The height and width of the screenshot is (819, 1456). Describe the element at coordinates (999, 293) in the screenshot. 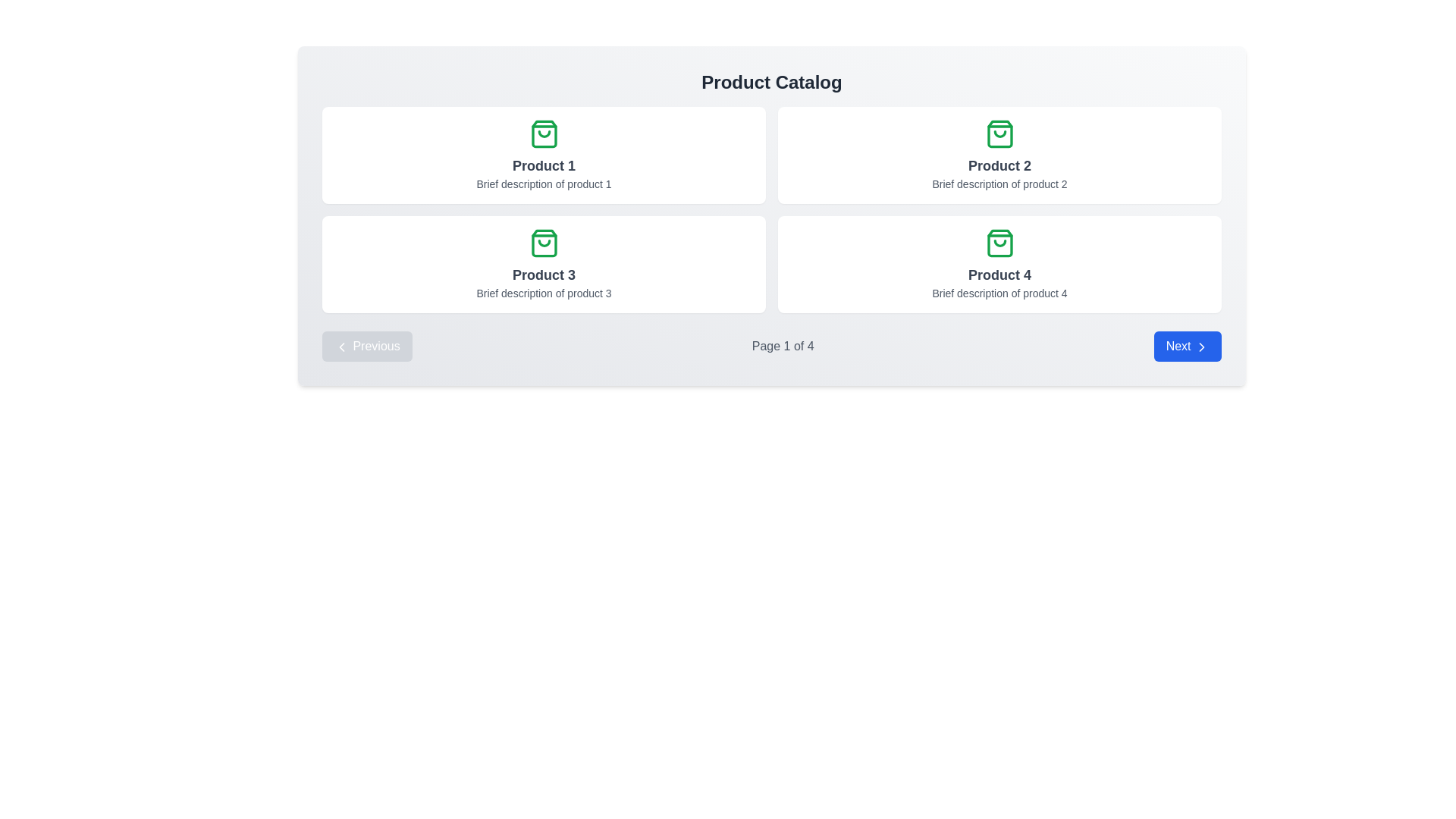

I see `properties of the text label displaying 'Brief description of product 4', which is located directly beneath the title 'Product 4' in the fourth product display card` at that location.